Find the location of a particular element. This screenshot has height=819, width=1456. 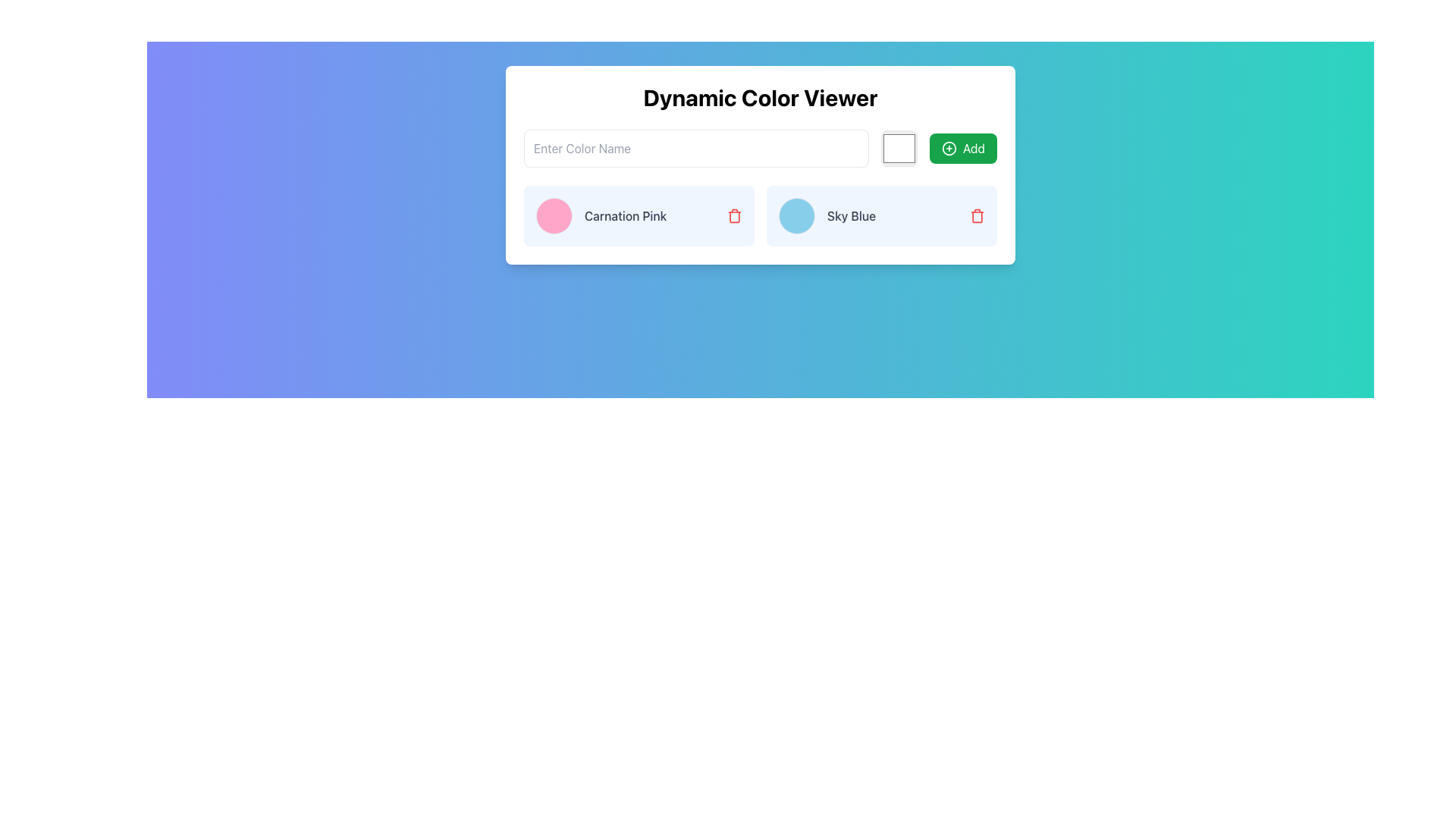

the vibrant red trash can button located beside the 'Carnation Pink' text label is located at coordinates (735, 216).